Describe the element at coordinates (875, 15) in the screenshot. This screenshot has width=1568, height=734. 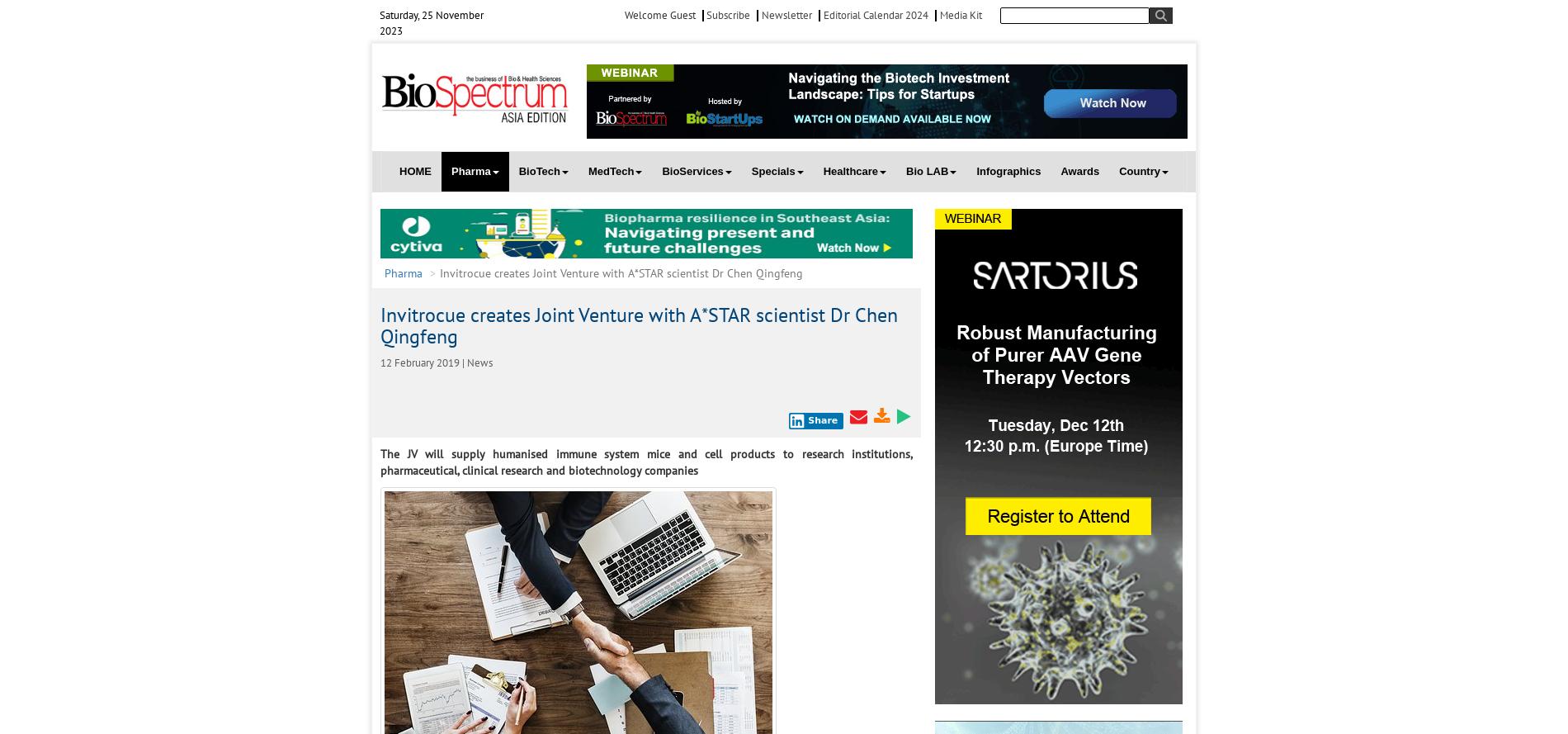
I see `'Editorial Calendar 2024'` at that location.